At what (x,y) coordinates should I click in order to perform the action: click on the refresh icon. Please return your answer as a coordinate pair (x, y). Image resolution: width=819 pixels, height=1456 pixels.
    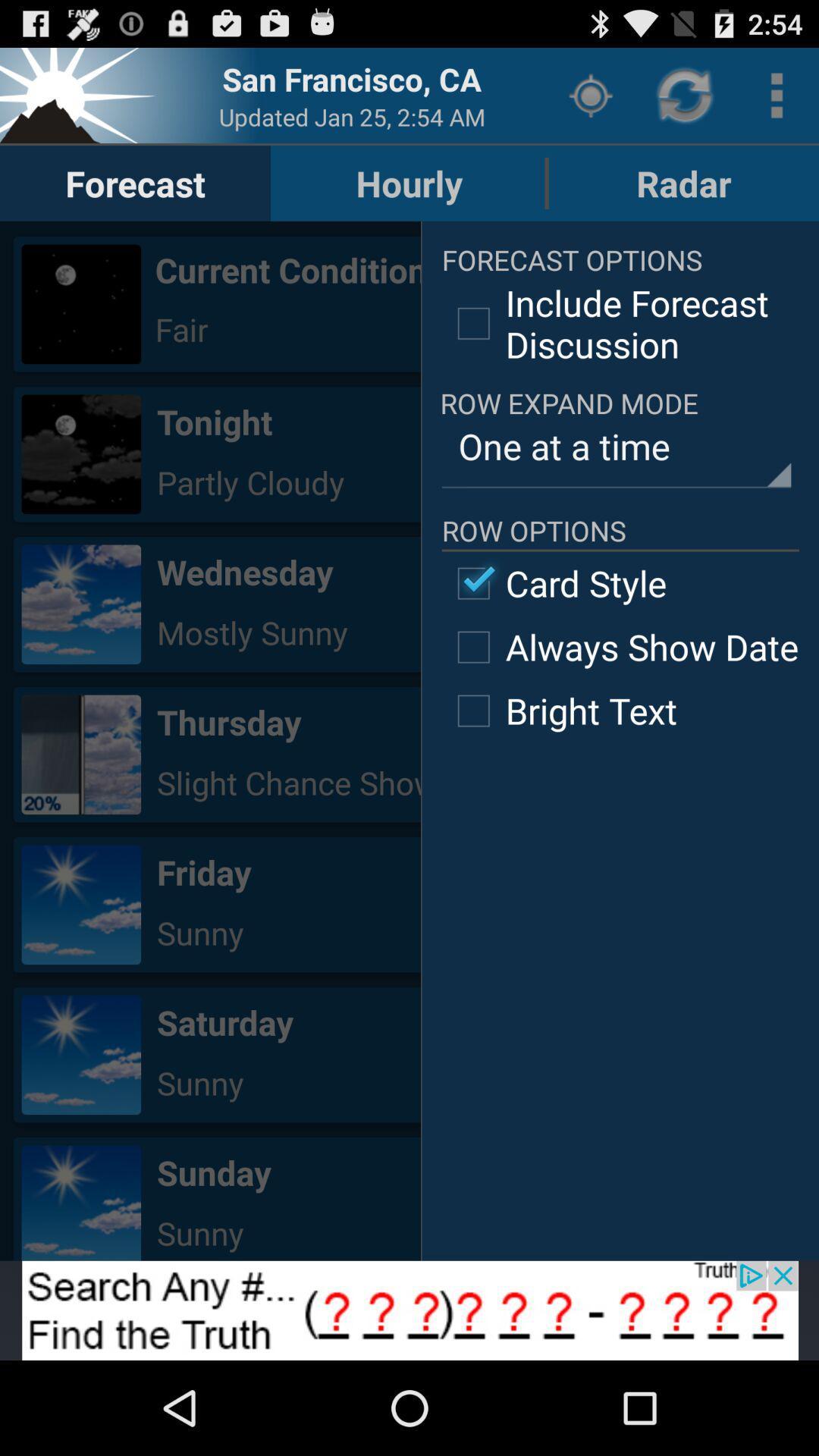
    Looking at the image, I should click on (686, 101).